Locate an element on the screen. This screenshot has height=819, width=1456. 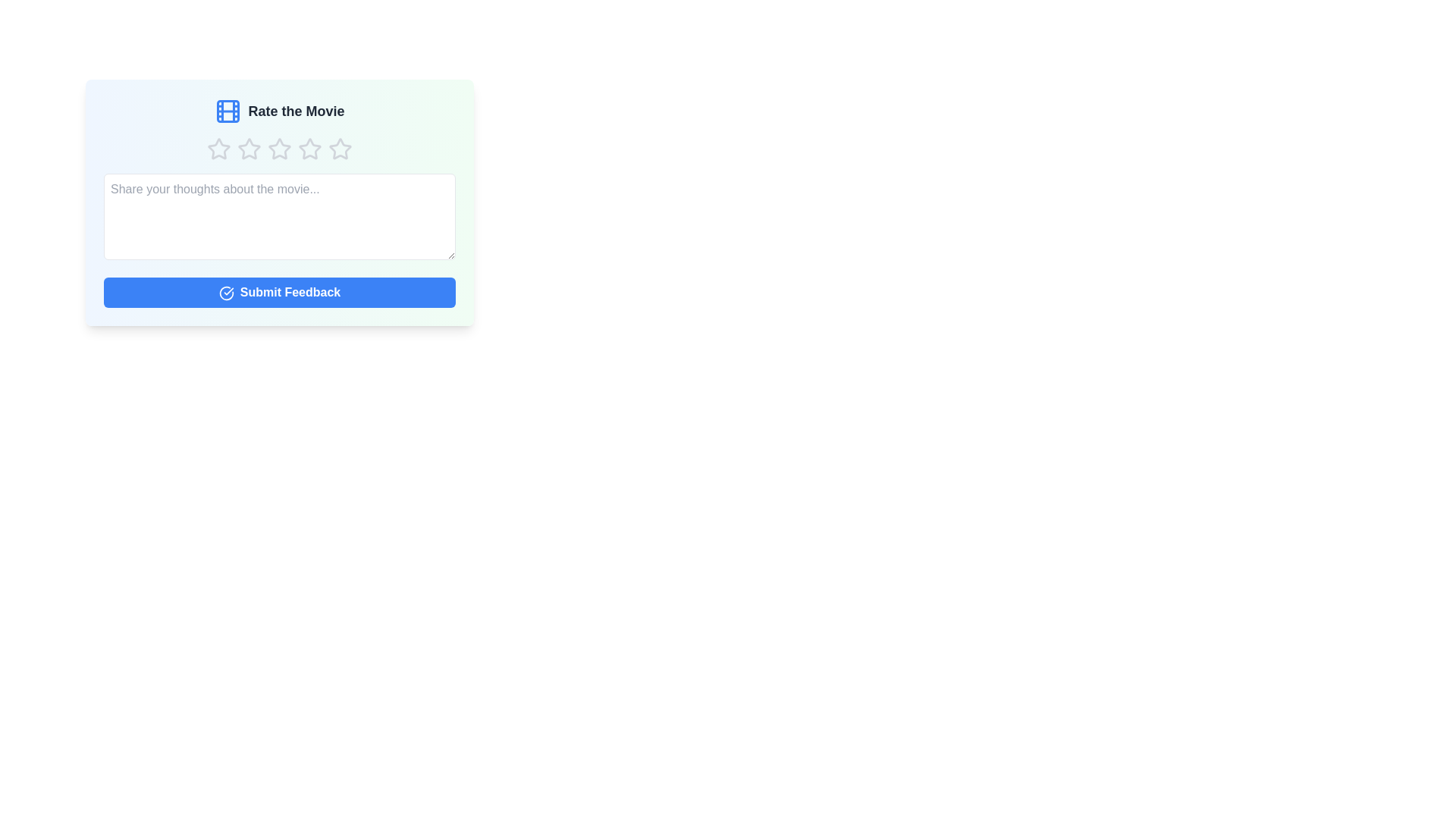
the star corresponding to the rating 3 is located at coordinates (280, 149).